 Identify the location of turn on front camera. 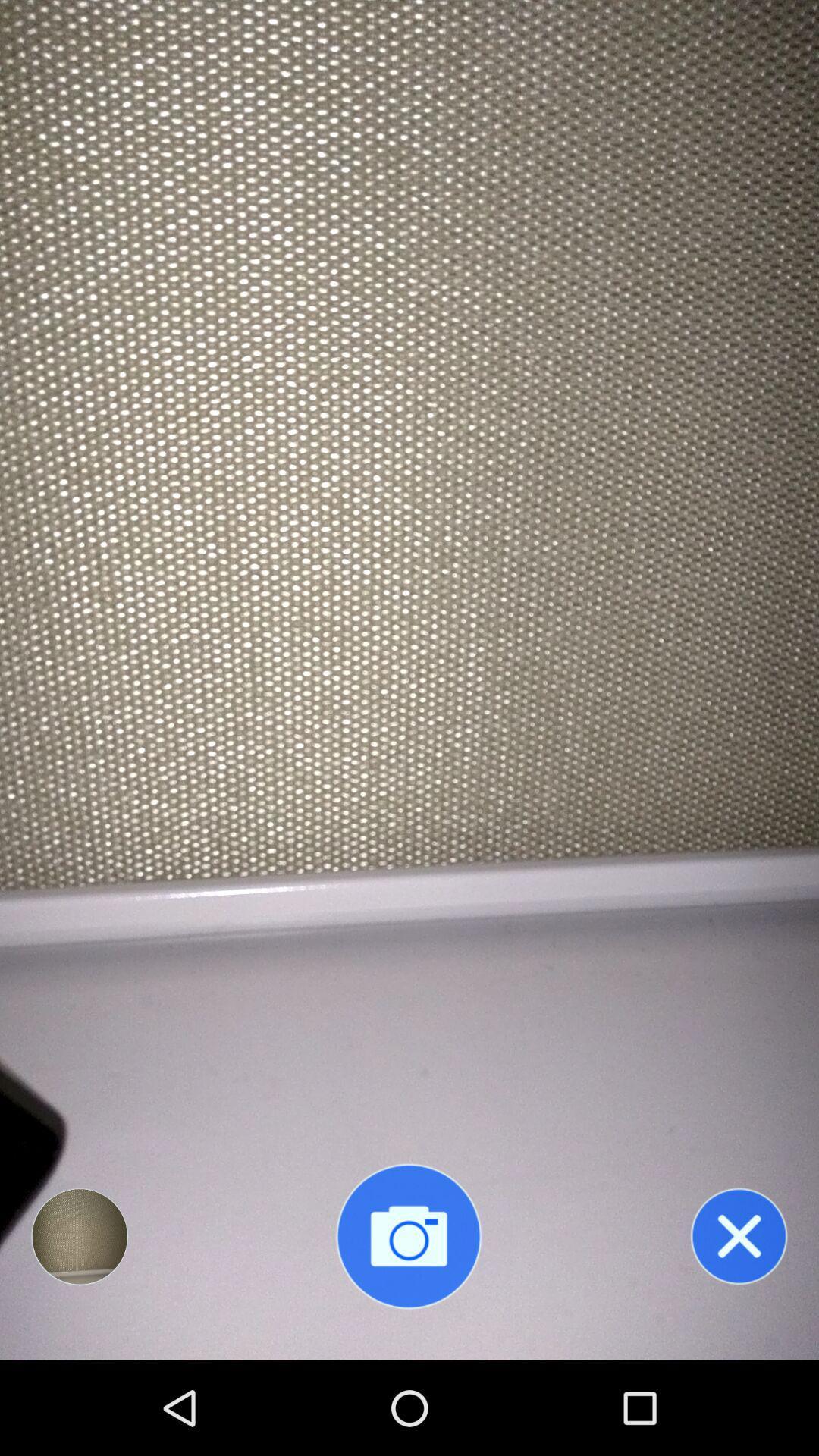
(408, 1236).